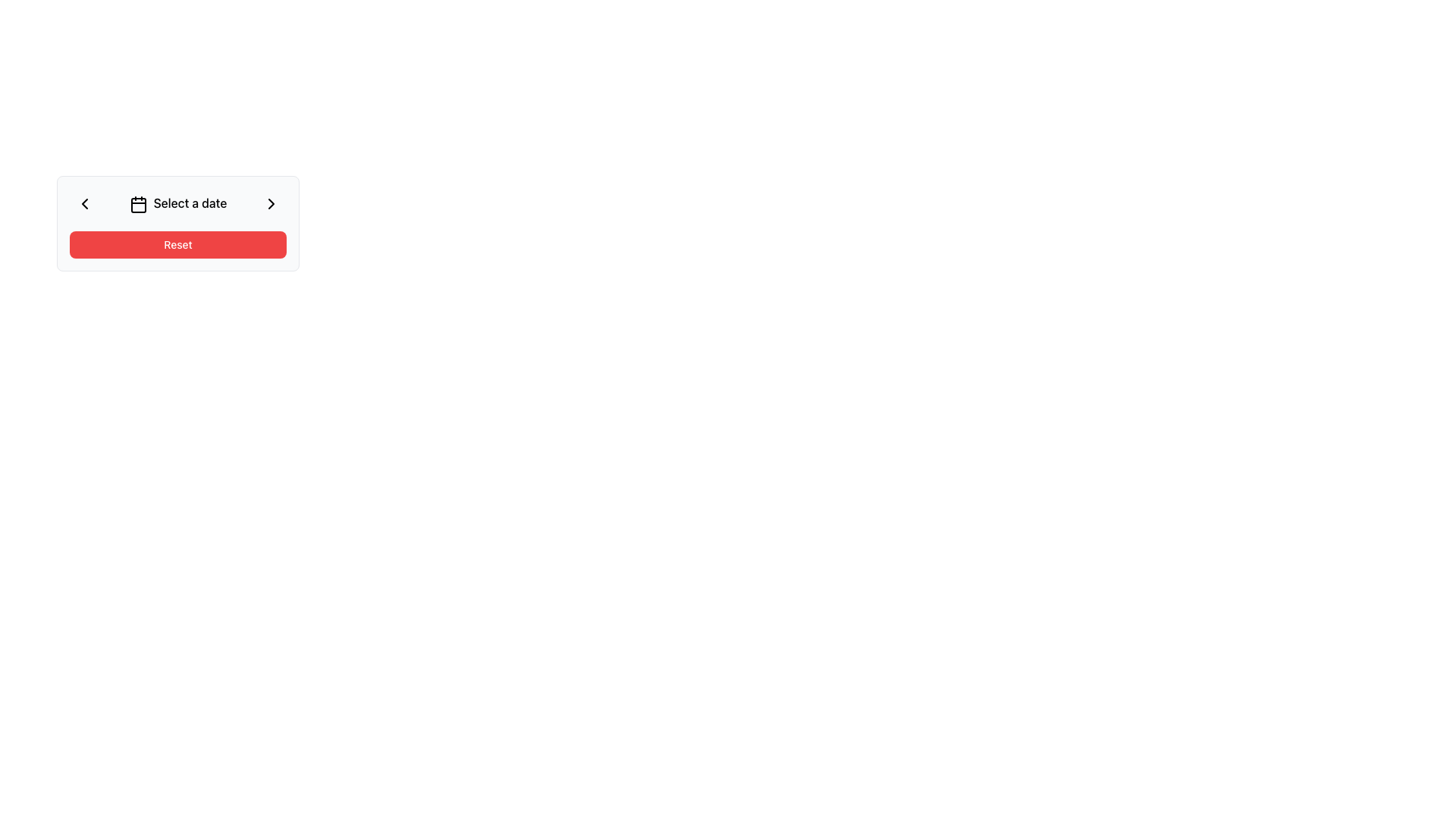 The width and height of the screenshot is (1456, 819). Describe the element at coordinates (83, 203) in the screenshot. I see `the left-pointing arrow button located at the top-left side of the 'Select a date' section` at that location.